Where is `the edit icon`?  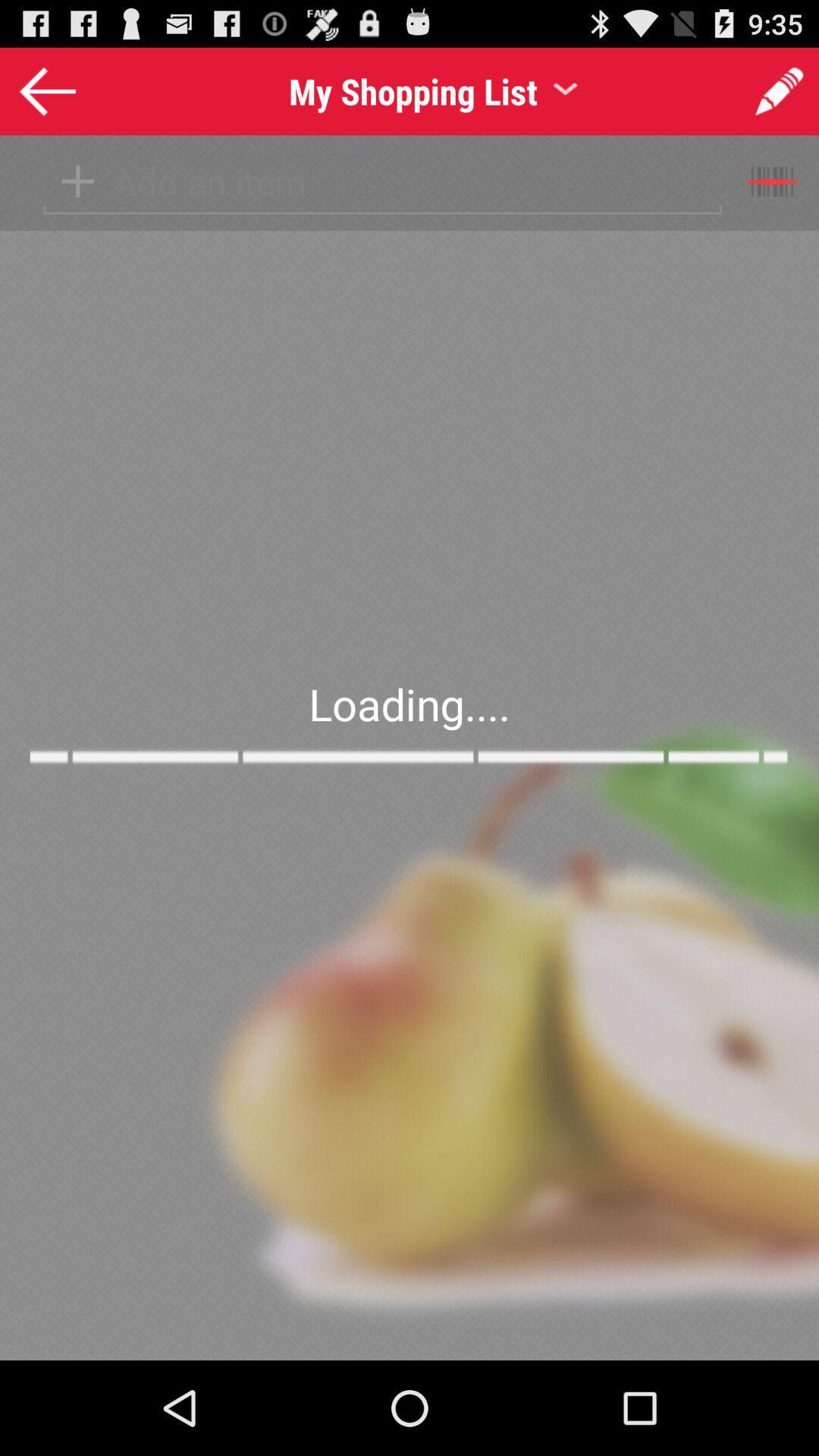 the edit icon is located at coordinates (779, 97).